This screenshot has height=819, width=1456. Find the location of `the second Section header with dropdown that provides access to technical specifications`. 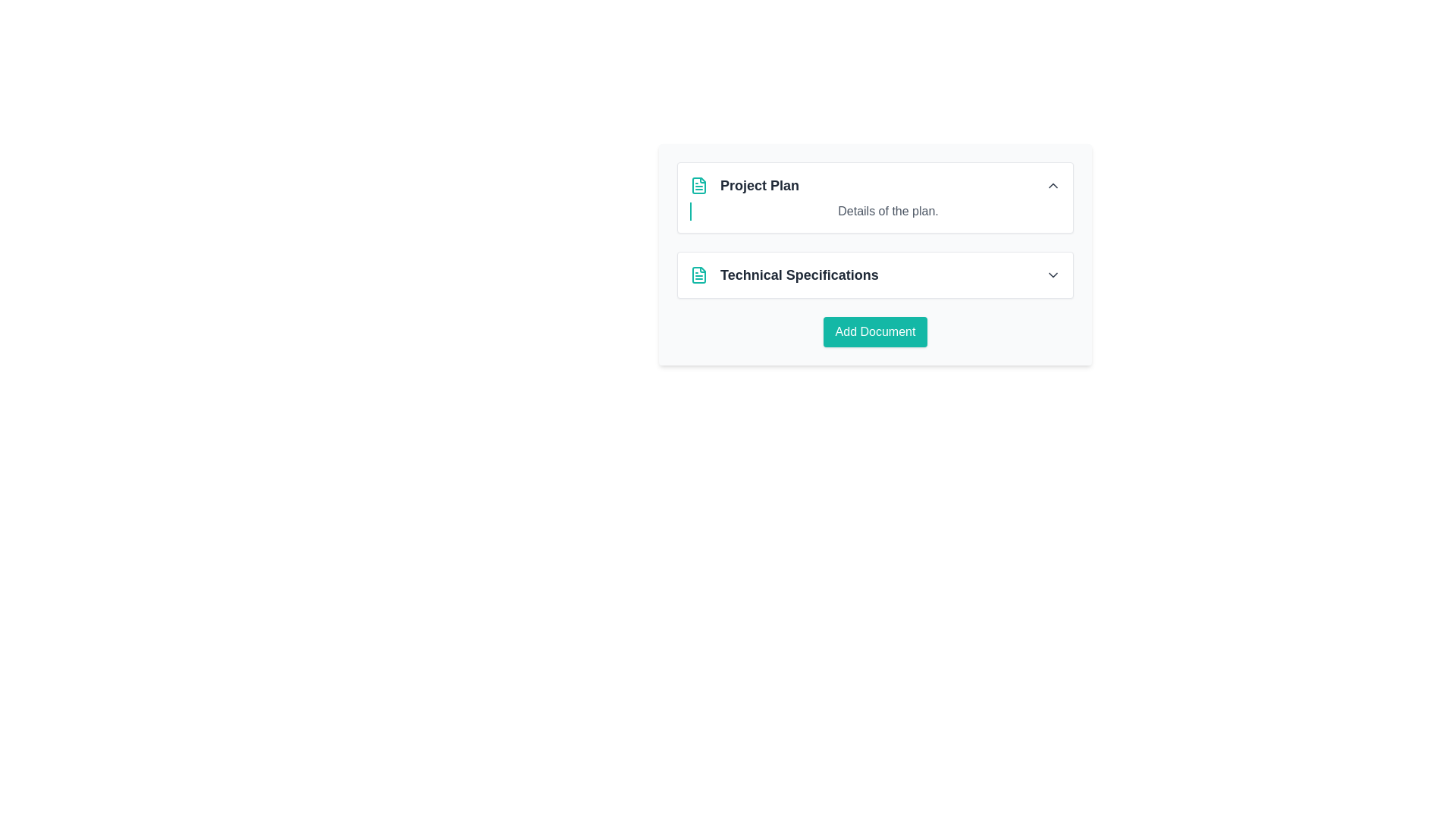

the second Section header with dropdown that provides access to technical specifications is located at coordinates (875, 275).